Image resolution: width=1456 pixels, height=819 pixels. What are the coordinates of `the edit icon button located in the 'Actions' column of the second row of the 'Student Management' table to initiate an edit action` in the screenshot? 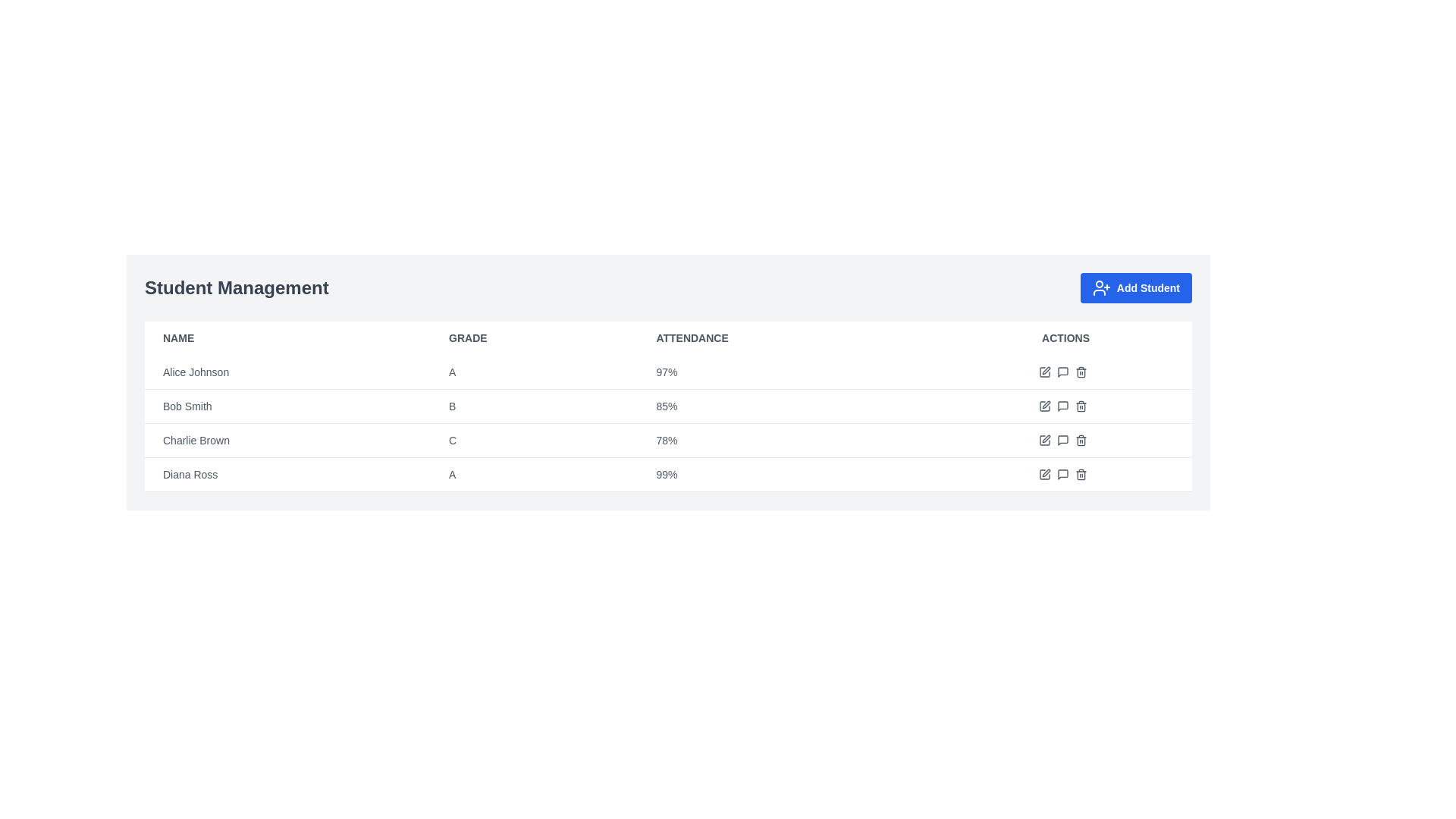 It's located at (1043, 406).